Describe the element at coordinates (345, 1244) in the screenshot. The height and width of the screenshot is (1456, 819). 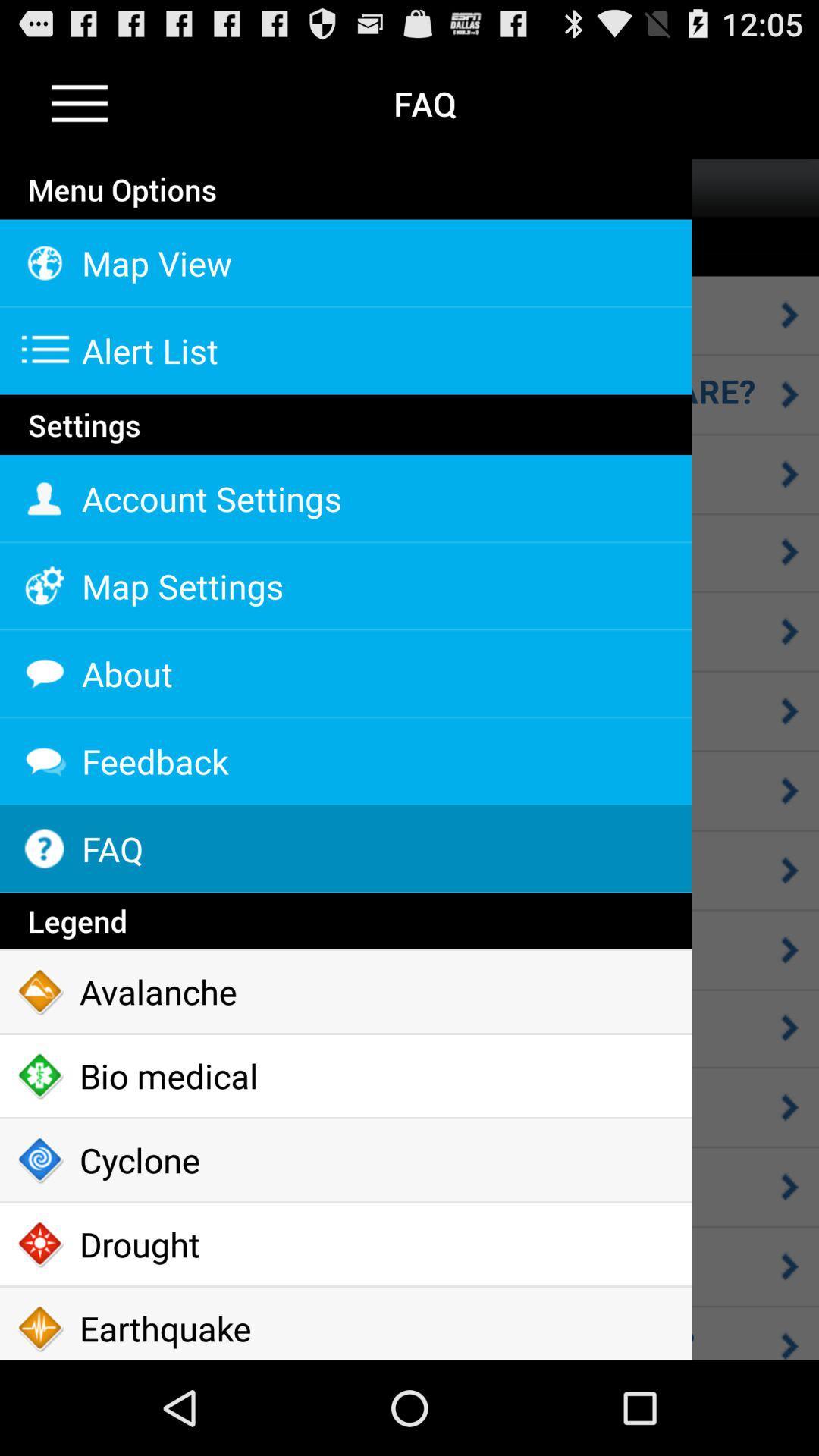
I see `the app below the cyclone item` at that location.